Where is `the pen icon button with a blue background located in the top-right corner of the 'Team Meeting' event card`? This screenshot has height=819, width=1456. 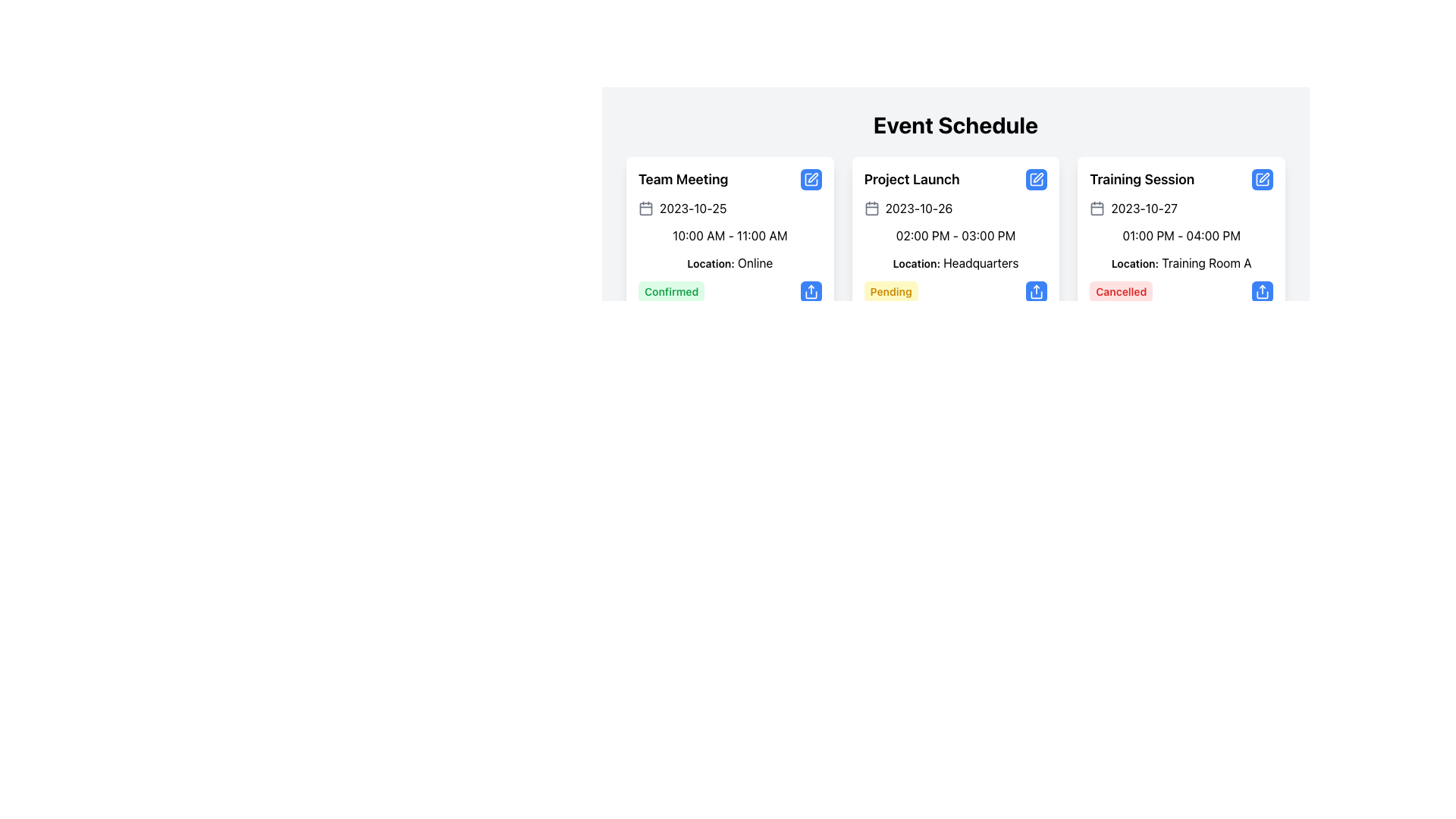 the pen icon button with a blue background located in the top-right corner of the 'Team Meeting' event card is located at coordinates (810, 178).